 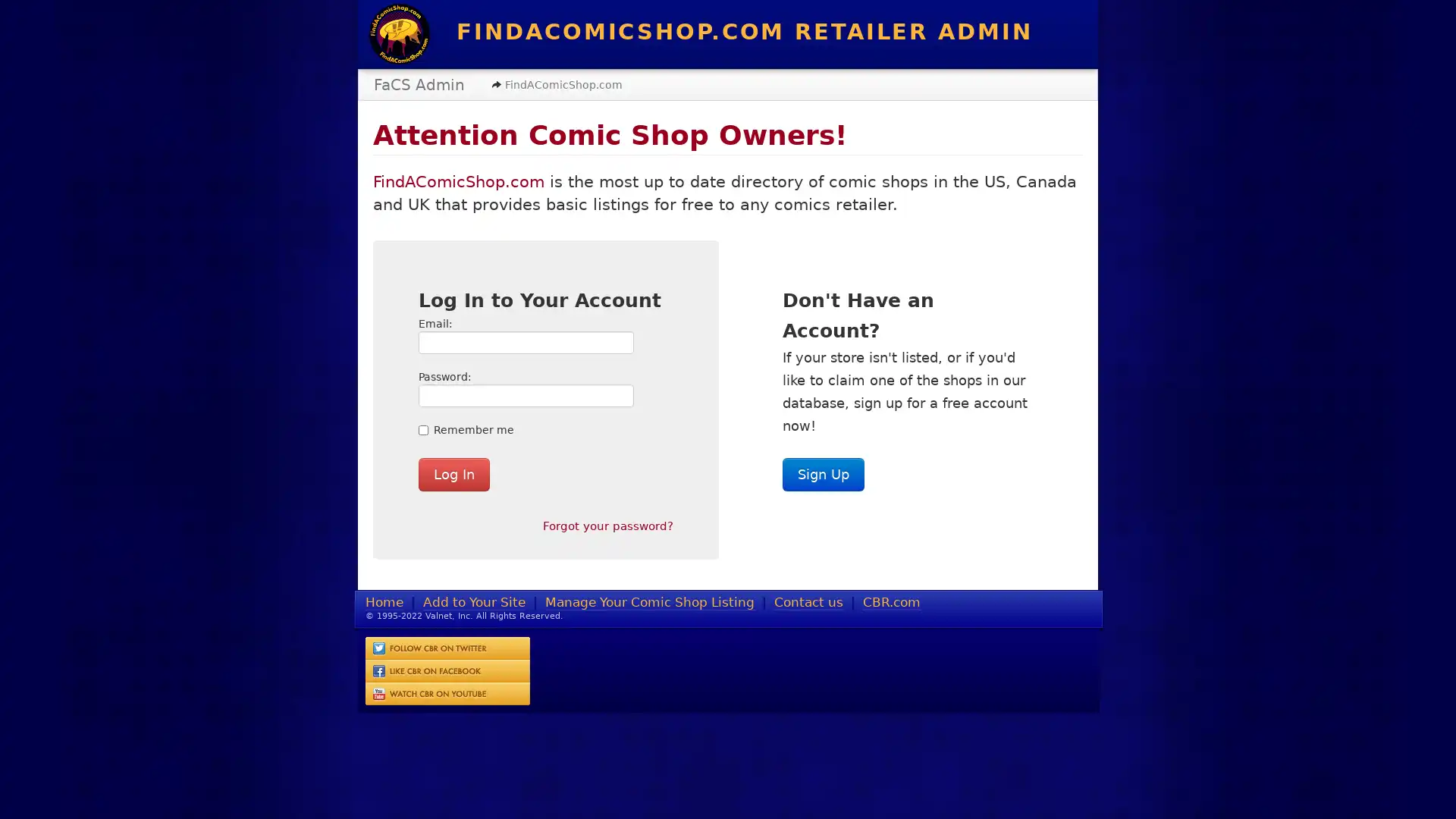 I want to click on Sign Up, so click(x=822, y=472).